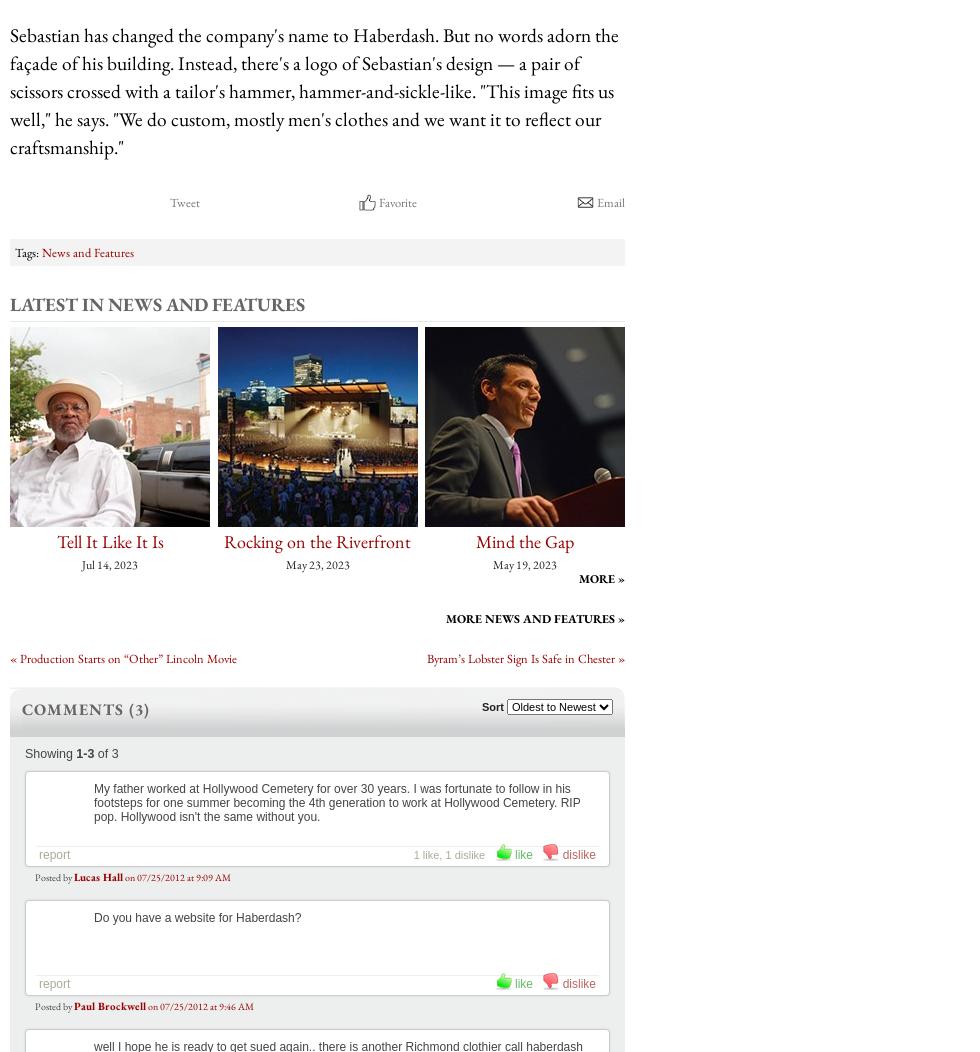 Image resolution: width=980 pixels, height=1052 pixels. What do you see at coordinates (245, 658) in the screenshot?
I see `'|'` at bounding box center [245, 658].